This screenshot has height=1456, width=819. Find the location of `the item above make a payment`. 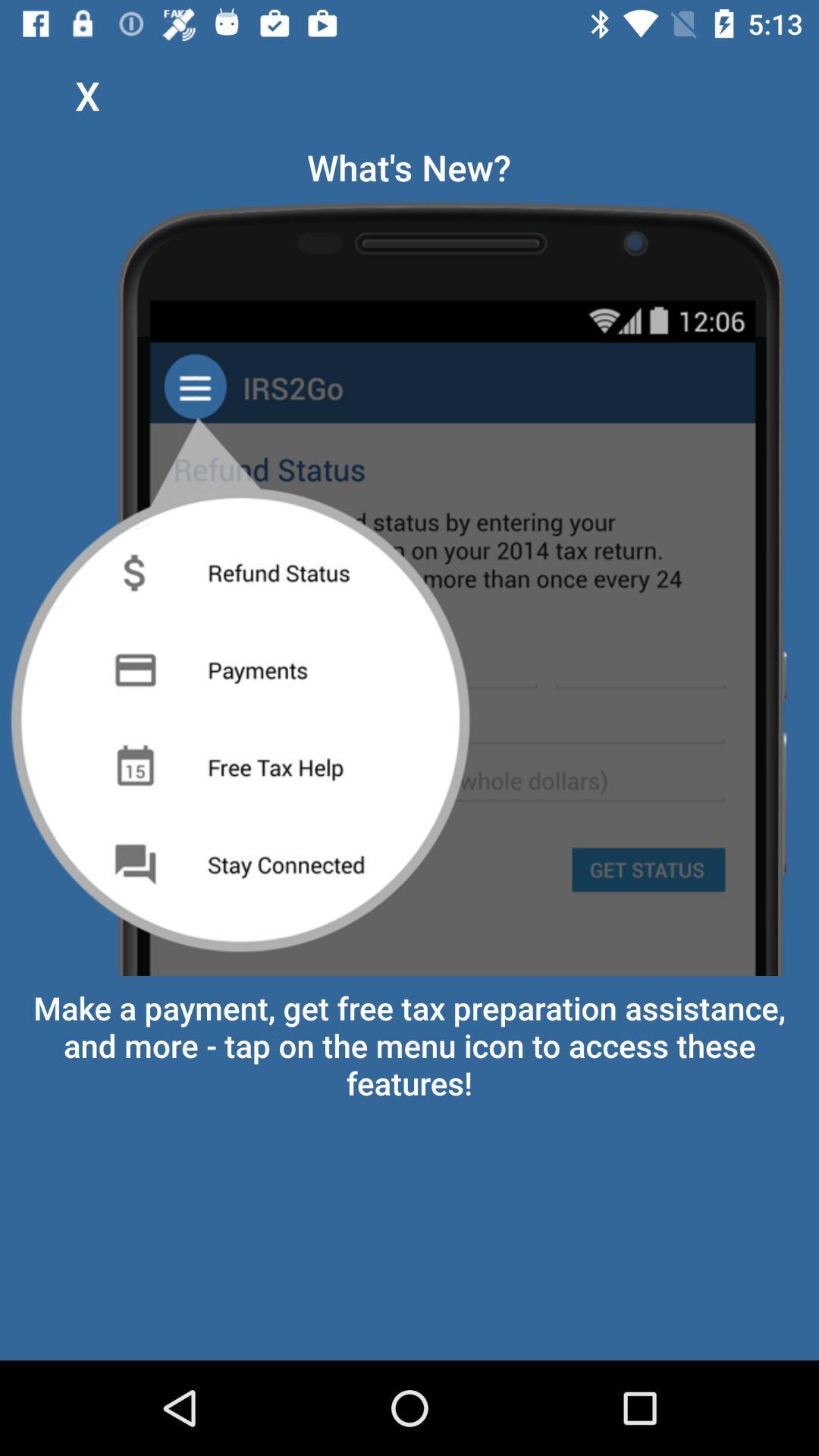

the item above make a payment is located at coordinates (409, 582).